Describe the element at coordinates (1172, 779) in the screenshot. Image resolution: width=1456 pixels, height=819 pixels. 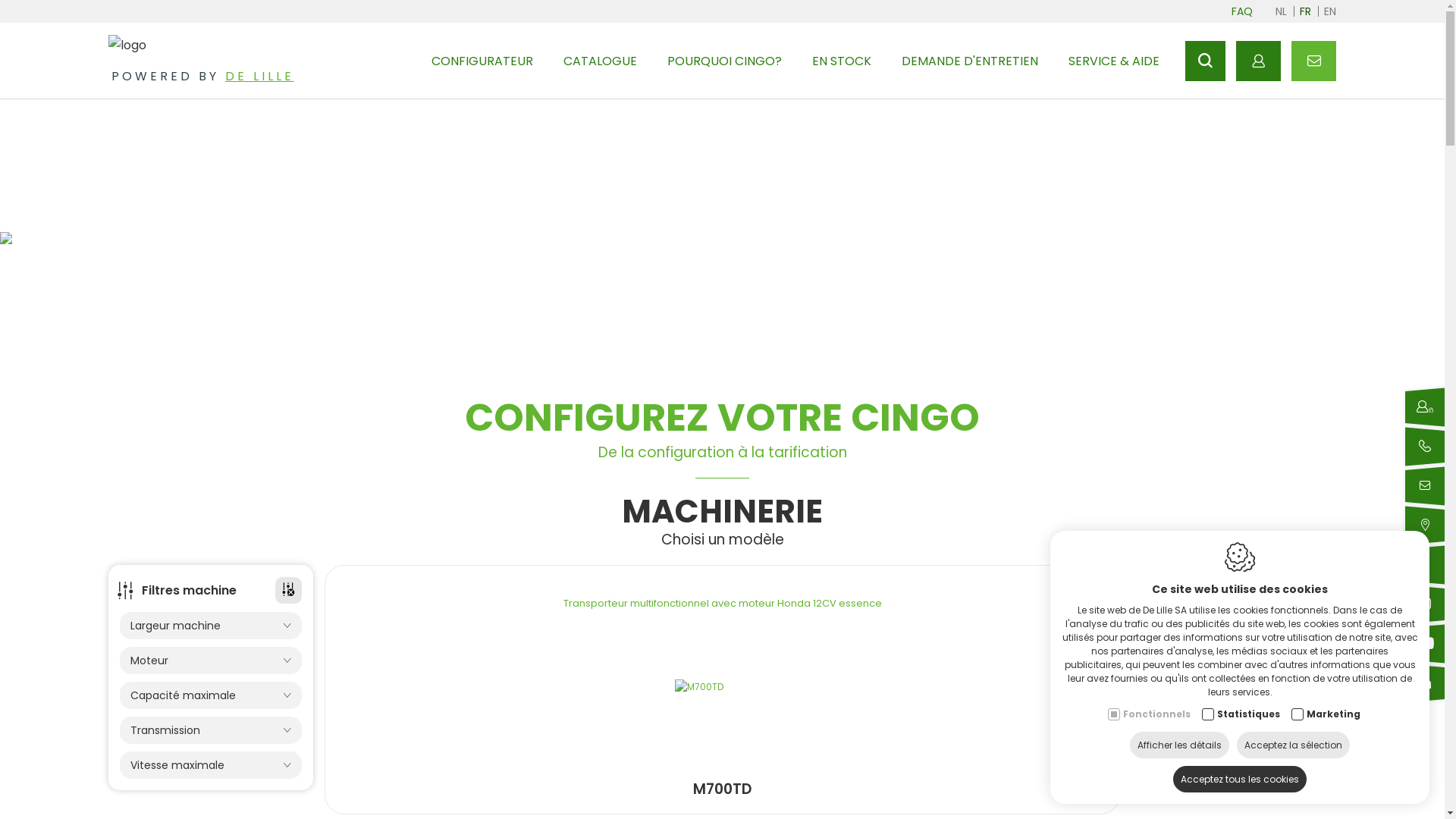
I see `'Acceptez tous les cookies'` at that location.